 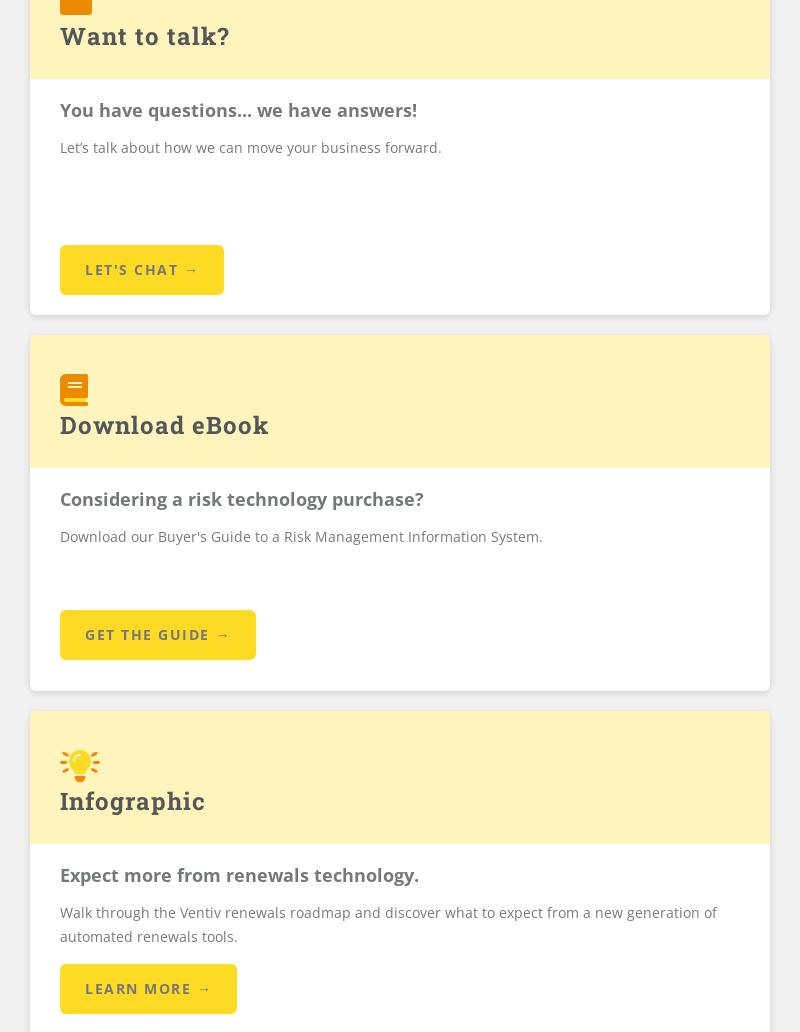 I want to click on 'You have questions... we have answers!', so click(x=237, y=110).